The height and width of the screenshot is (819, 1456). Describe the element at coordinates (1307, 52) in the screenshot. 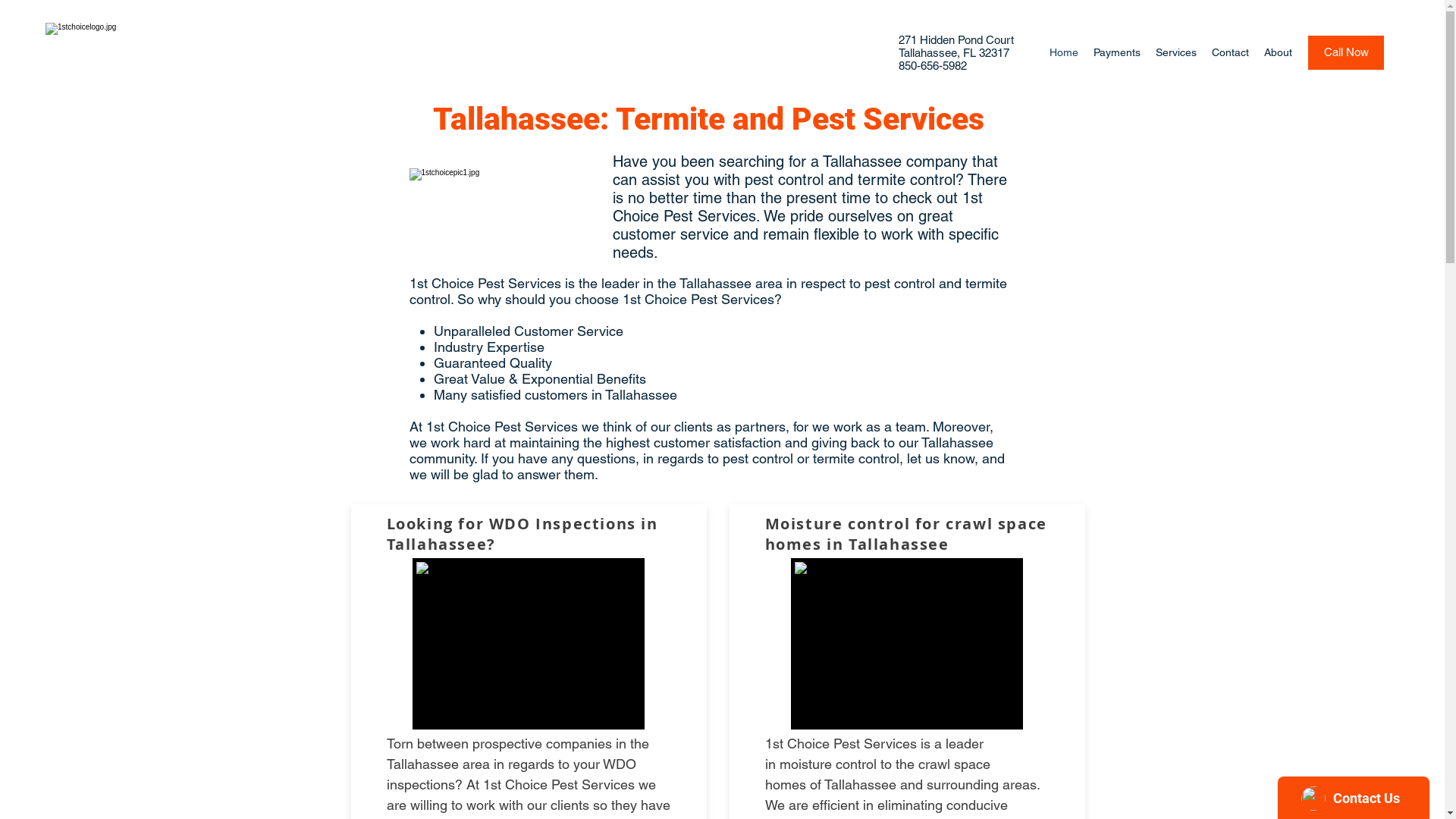

I see `'Call Now'` at that location.